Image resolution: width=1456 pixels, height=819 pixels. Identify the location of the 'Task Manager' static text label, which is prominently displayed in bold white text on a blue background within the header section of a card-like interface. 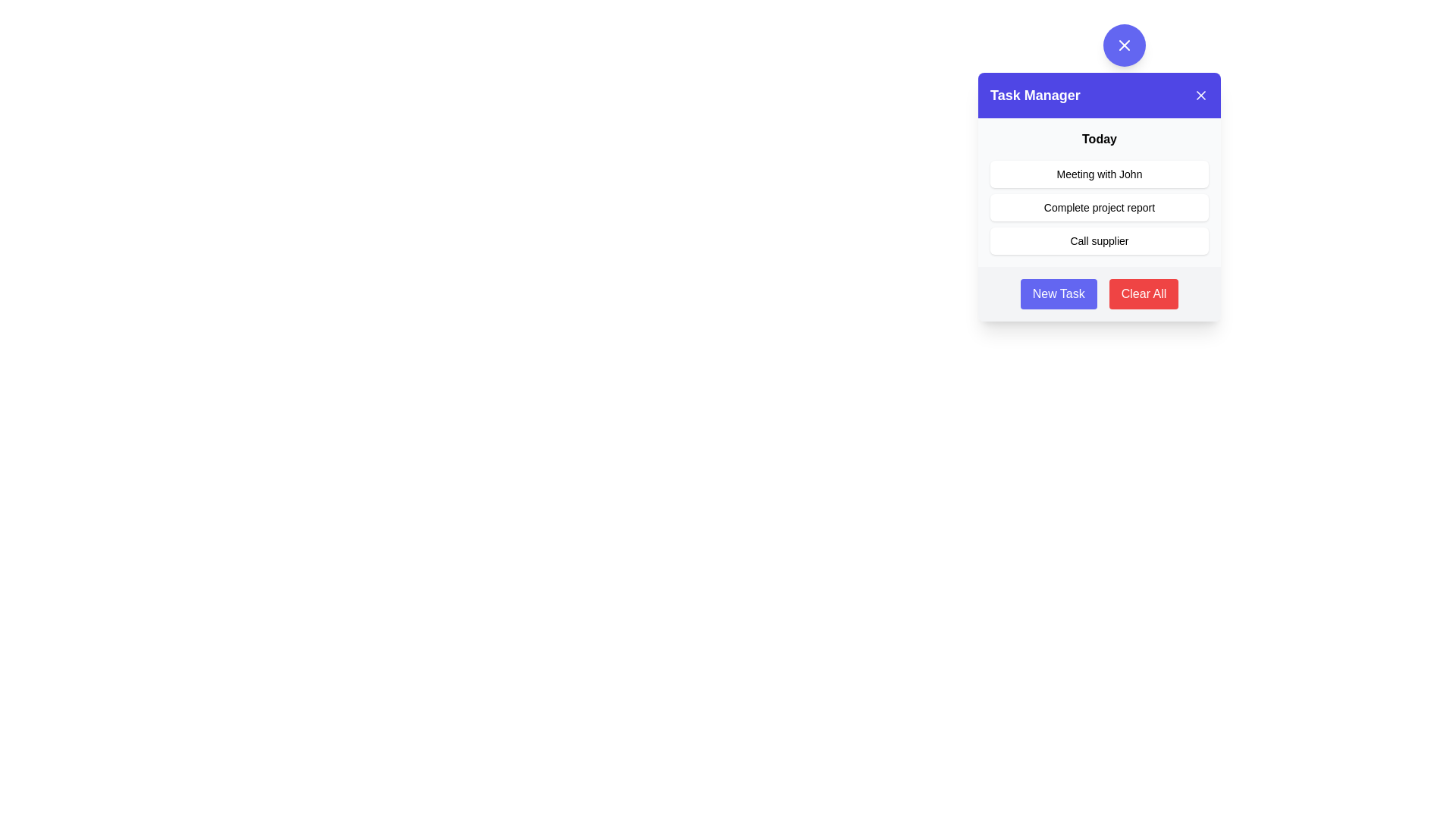
(1034, 96).